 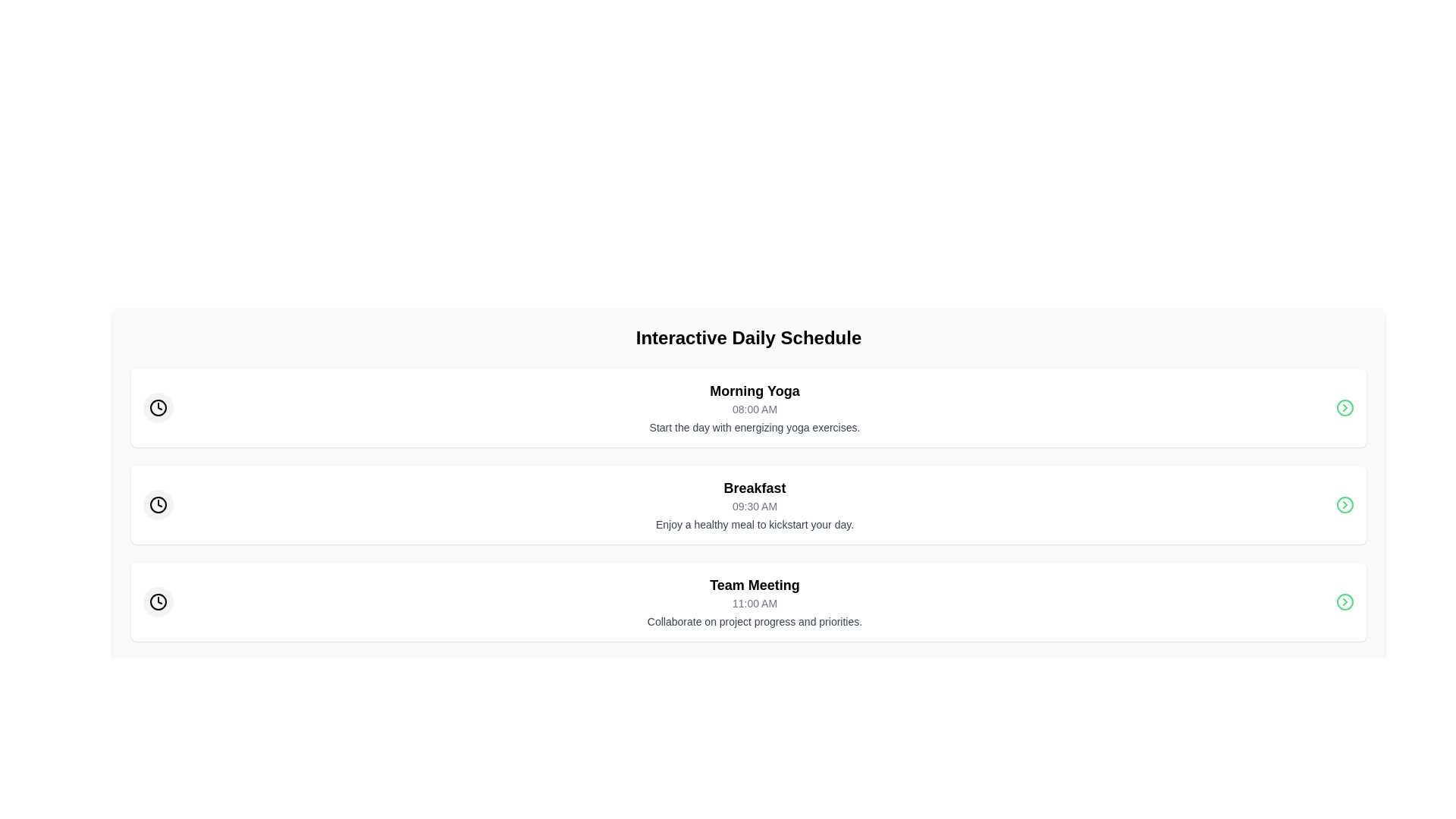 I want to click on the green circular icon with a right-pointing chevron located at the far right of the 'Breakfast' card, so click(x=1345, y=505).